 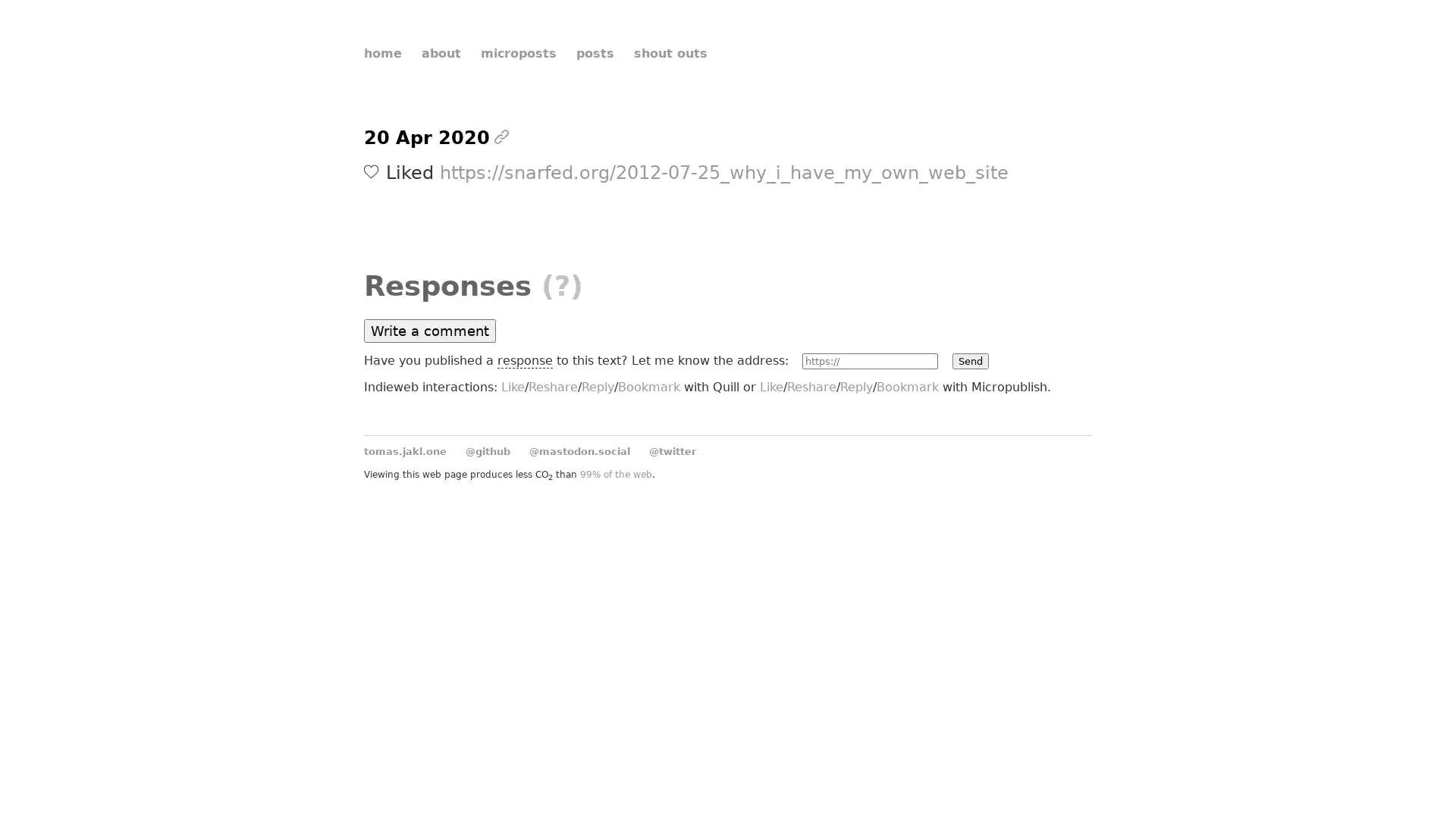 What do you see at coordinates (428, 330) in the screenshot?
I see `Write a comment` at bounding box center [428, 330].